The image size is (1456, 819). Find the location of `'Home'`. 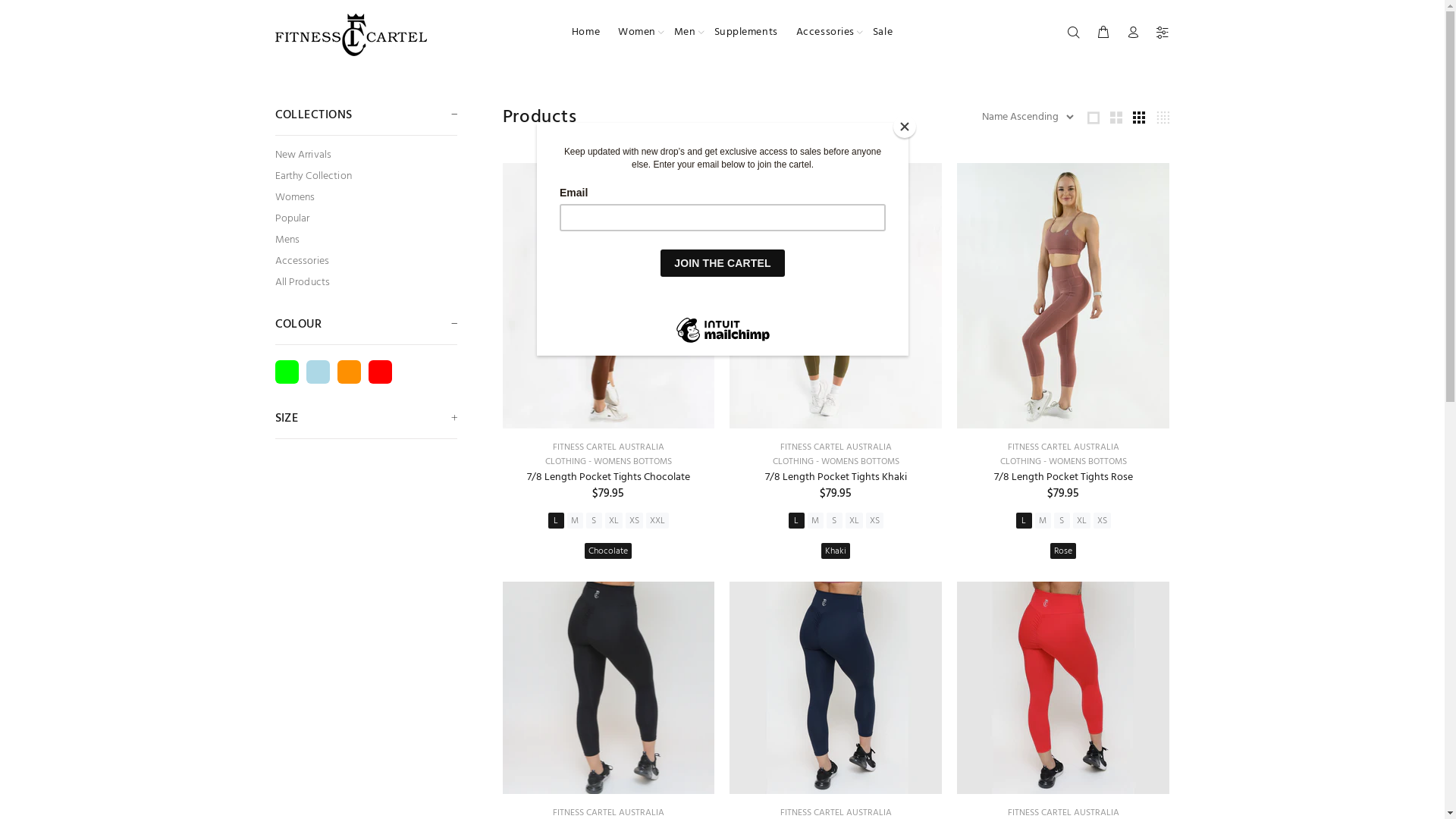

'Home' is located at coordinates (585, 32).